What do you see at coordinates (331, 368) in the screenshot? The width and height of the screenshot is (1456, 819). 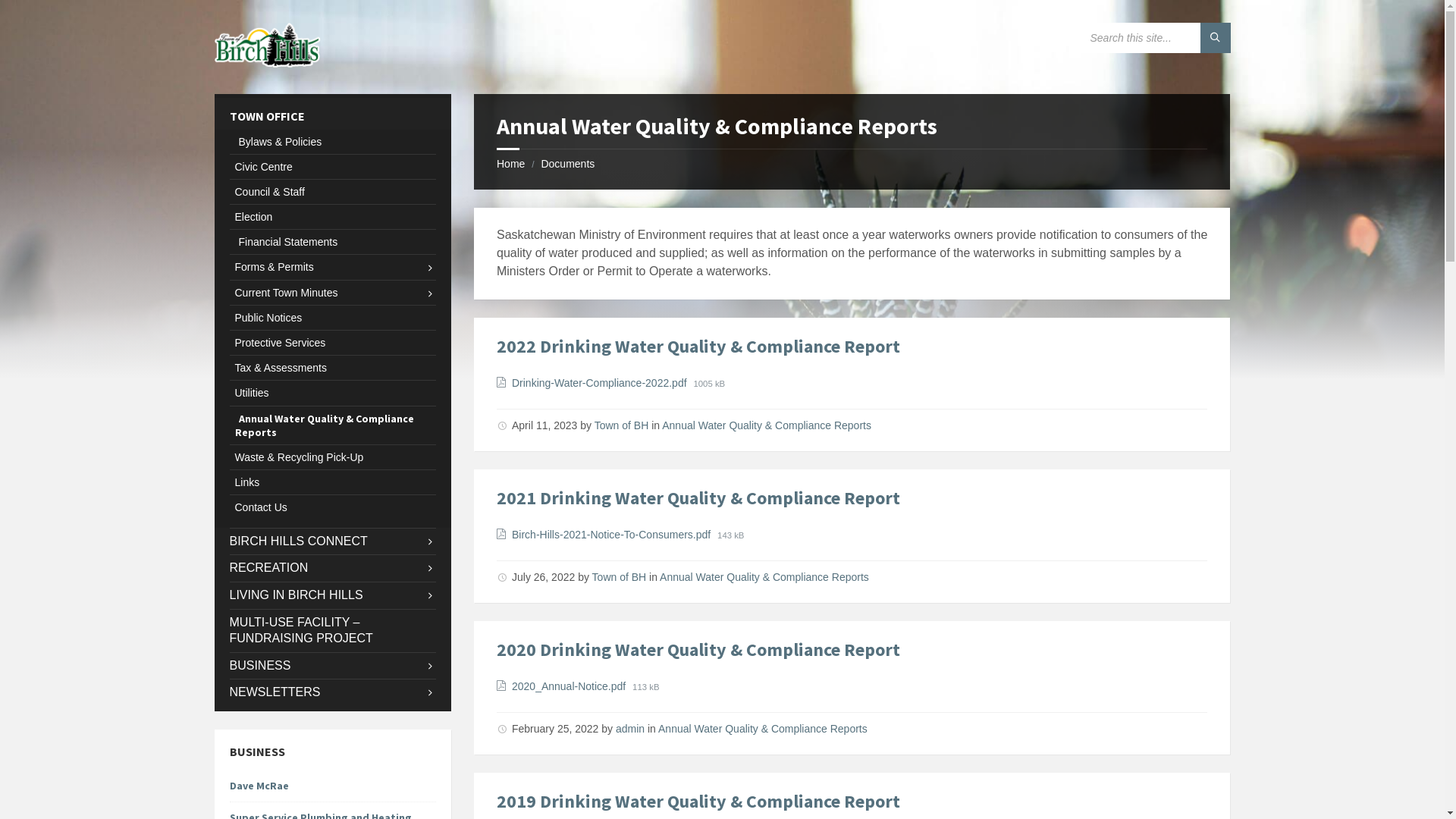 I see `'Tax & Assessments'` at bounding box center [331, 368].